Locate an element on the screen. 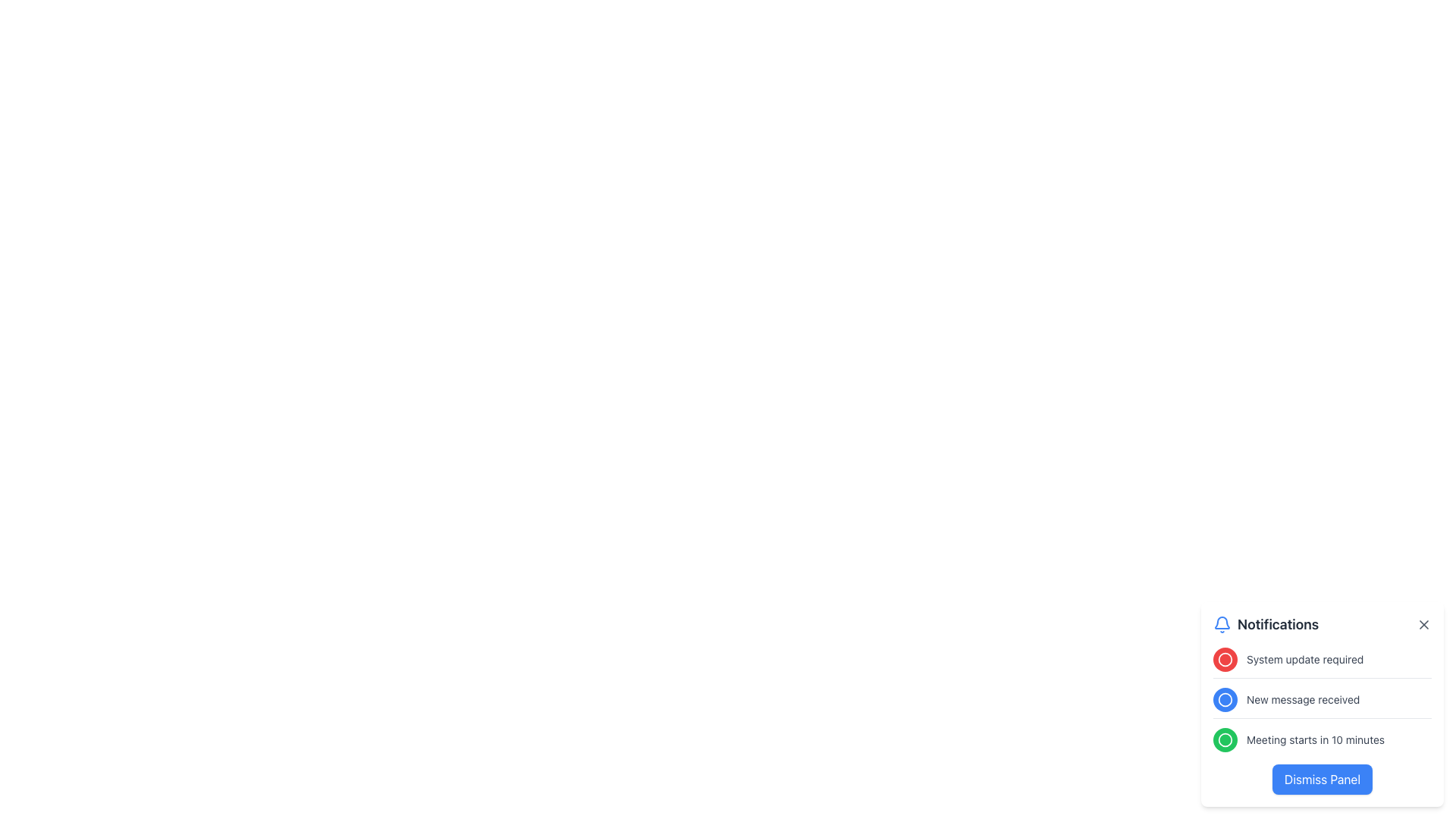 Image resolution: width=1456 pixels, height=819 pixels. the circular graphic icon associated with the notification titled 'New message received' in the notification panel is located at coordinates (1225, 699).